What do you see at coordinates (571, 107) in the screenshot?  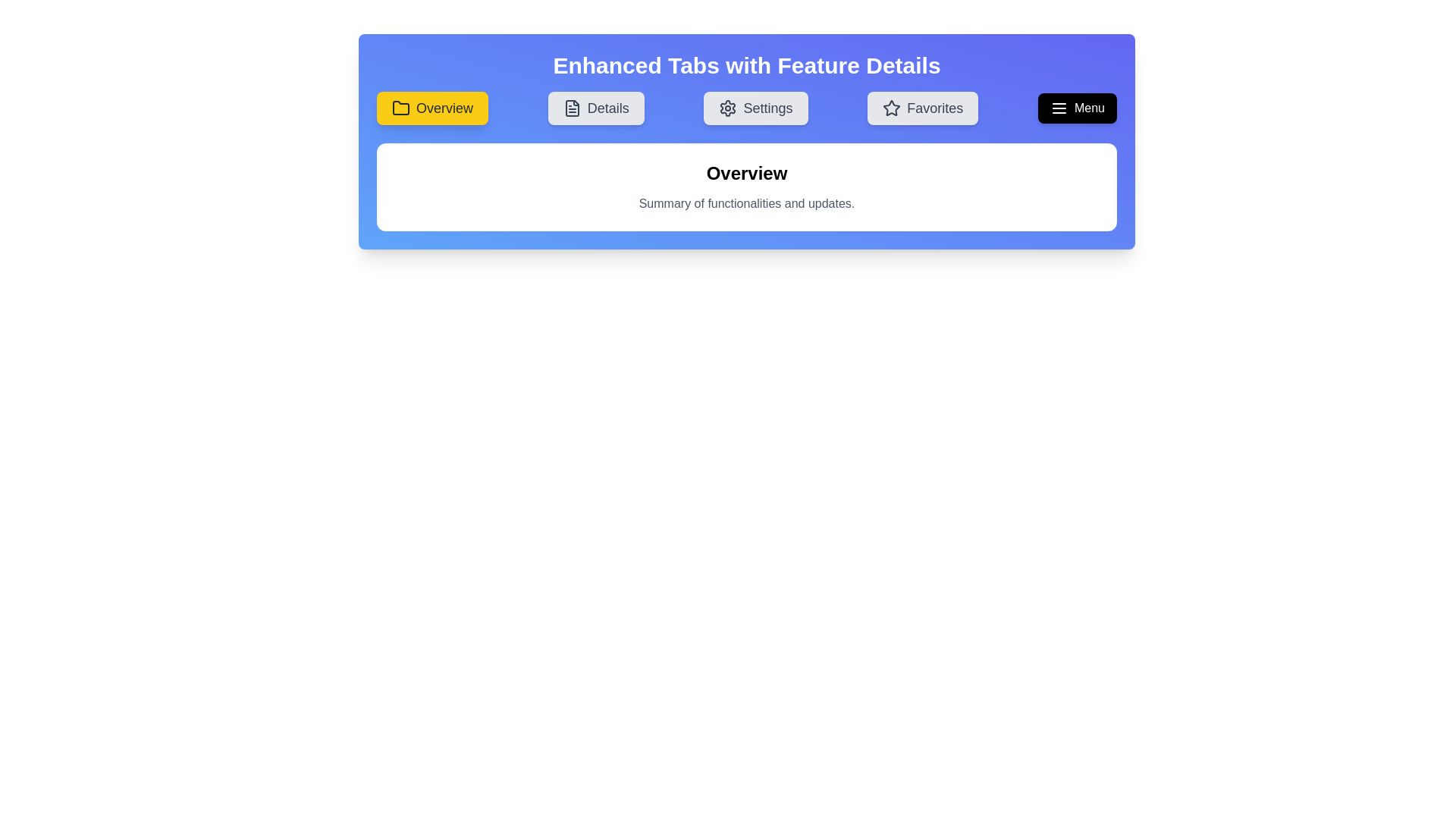 I see `the small document or file icon with a dark gray outline located within the 'Details' button, the second button from the left in the navigation bar at the top of the interface` at bounding box center [571, 107].